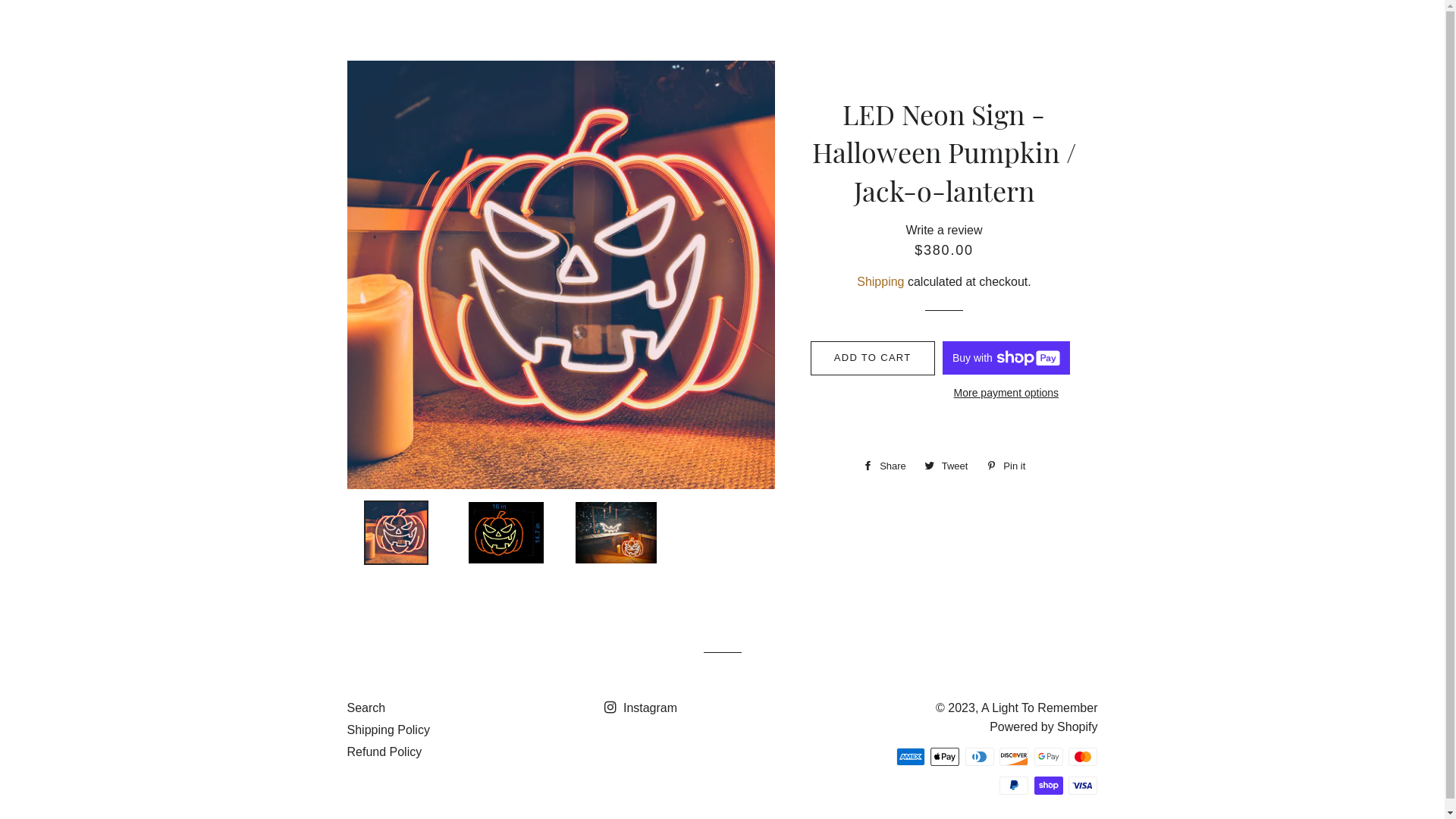  I want to click on 'Powered by Shopify', so click(990, 726).